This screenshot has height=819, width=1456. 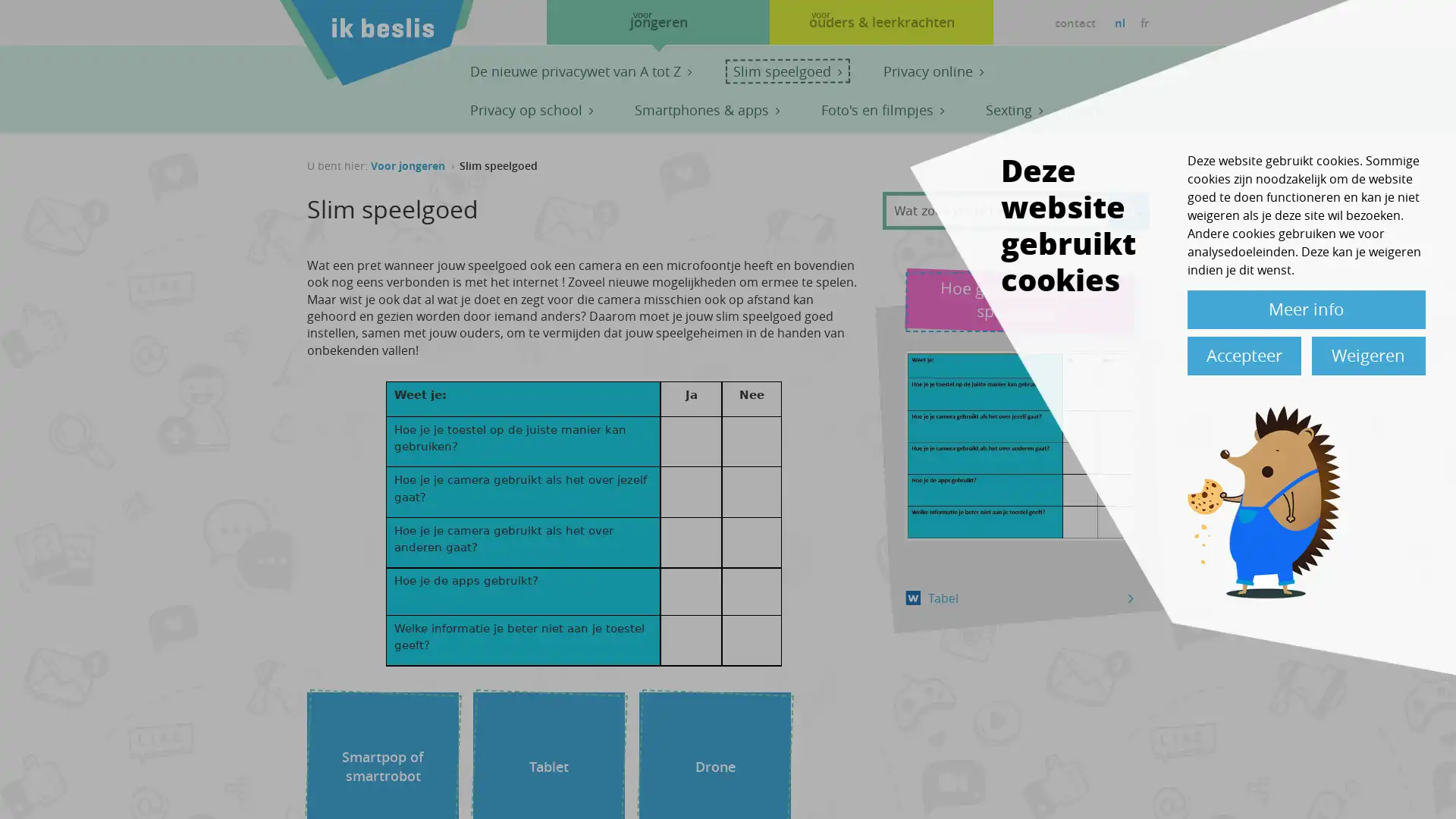 I want to click on Apply, so click(x=1128, y=210).